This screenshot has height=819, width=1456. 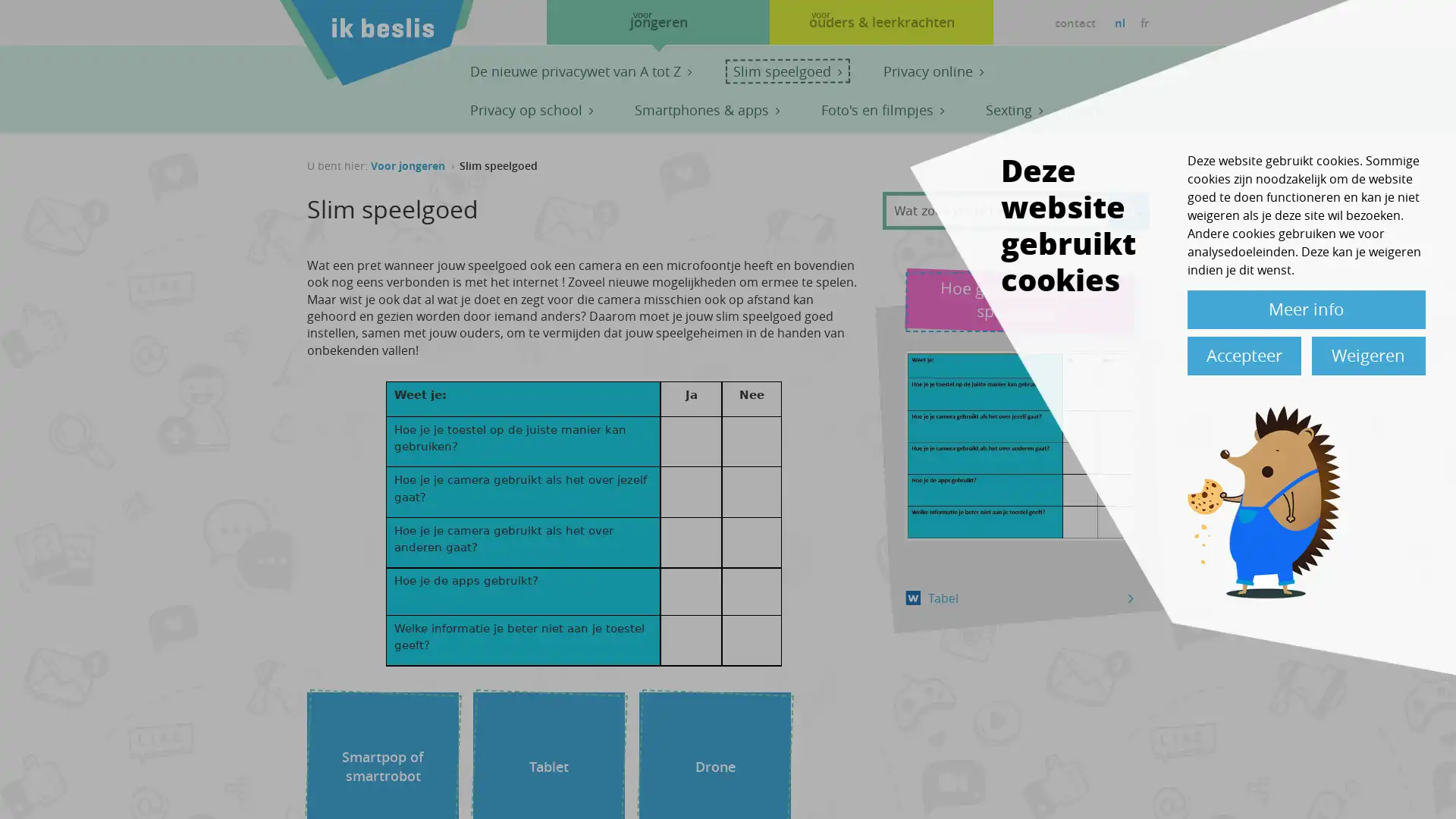 I want to click on Apply, so click(x=1128, y=210).